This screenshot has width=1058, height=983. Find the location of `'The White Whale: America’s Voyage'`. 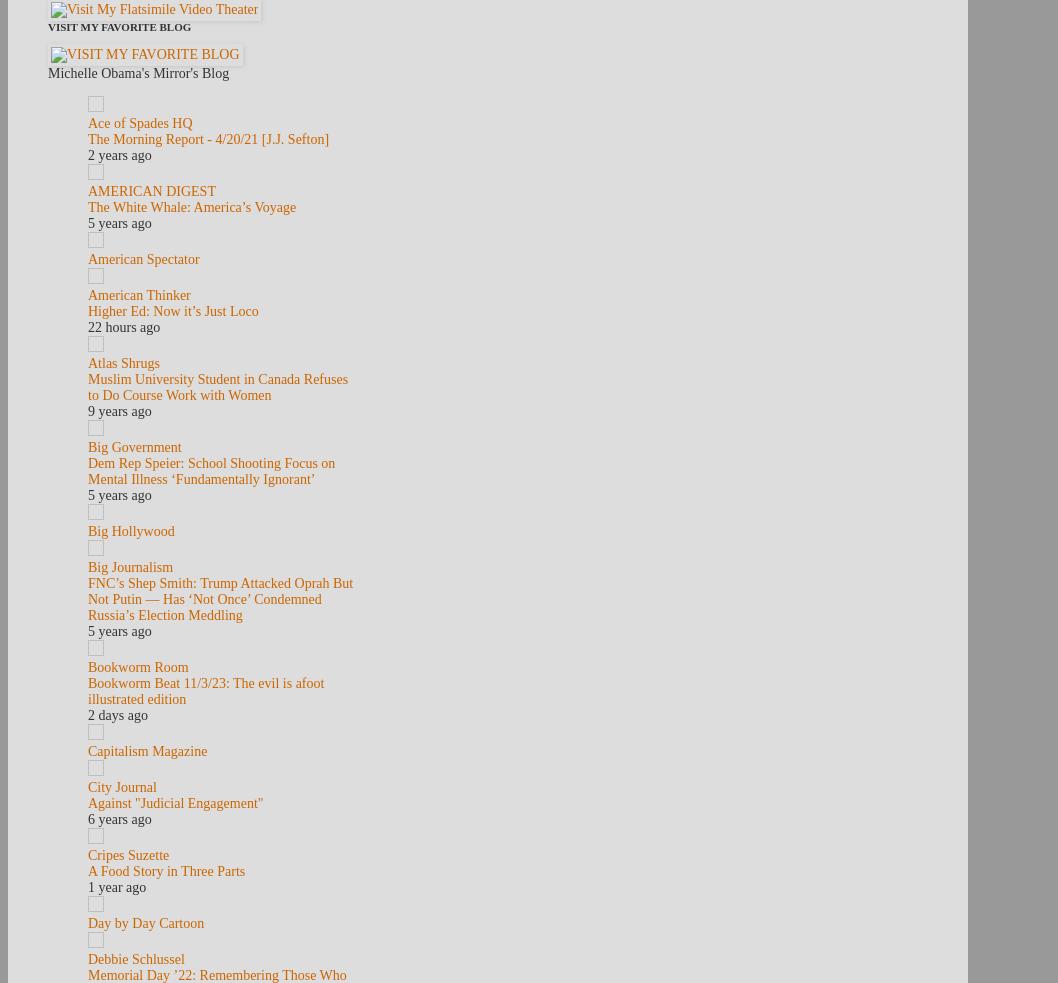

'The White Whale: America’s Voyage' is located at coordinates (192, 207).